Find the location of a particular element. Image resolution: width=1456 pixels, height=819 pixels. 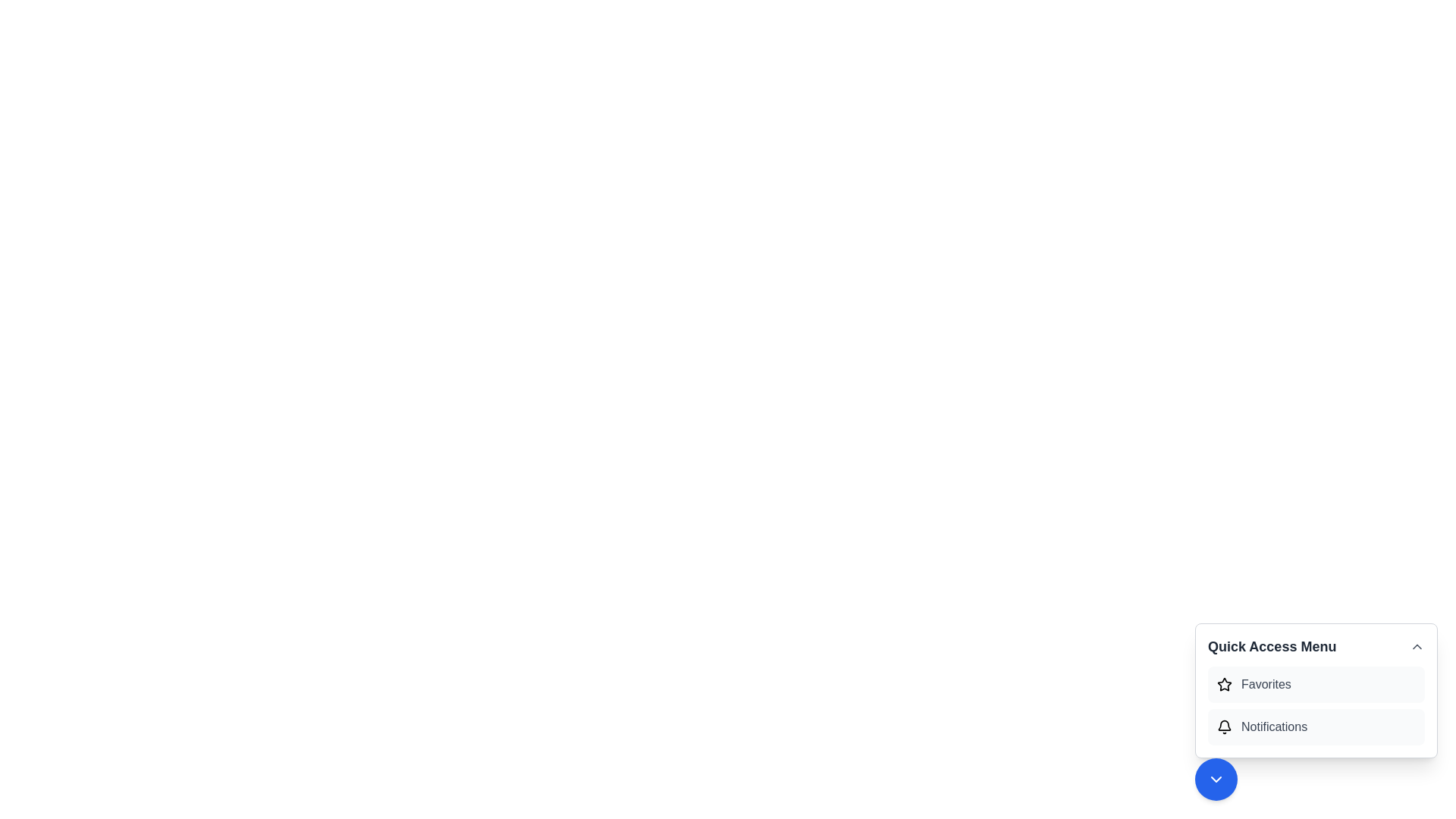

the Text label that serves as the title for the dropdown menu interface for accessibility is located at coordinates (1272, 646).